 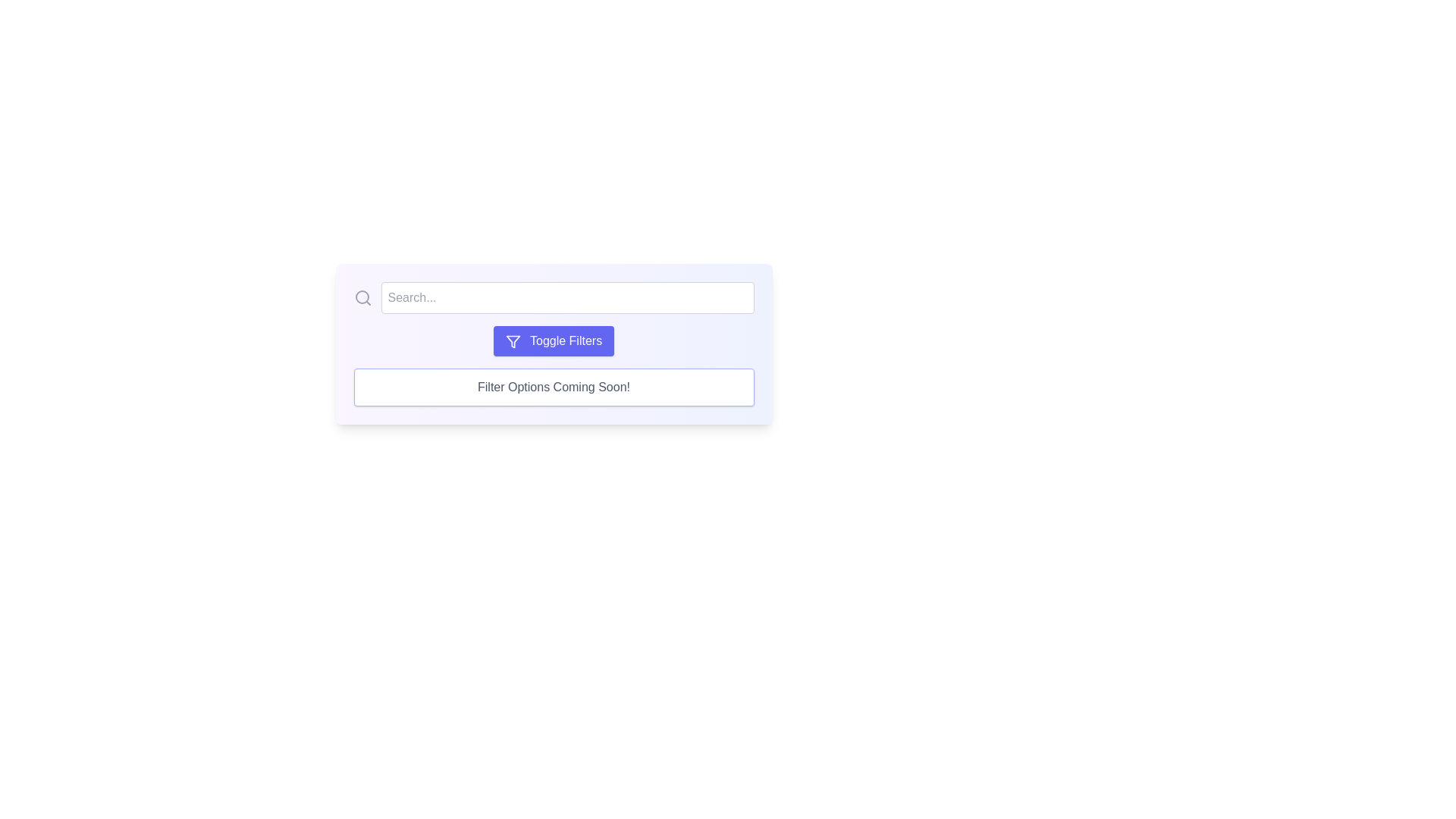 I want to click on the triangular icon within the 'Toggle Filters' button that activates or deactivates filtering options, so click(x=513, y=341).